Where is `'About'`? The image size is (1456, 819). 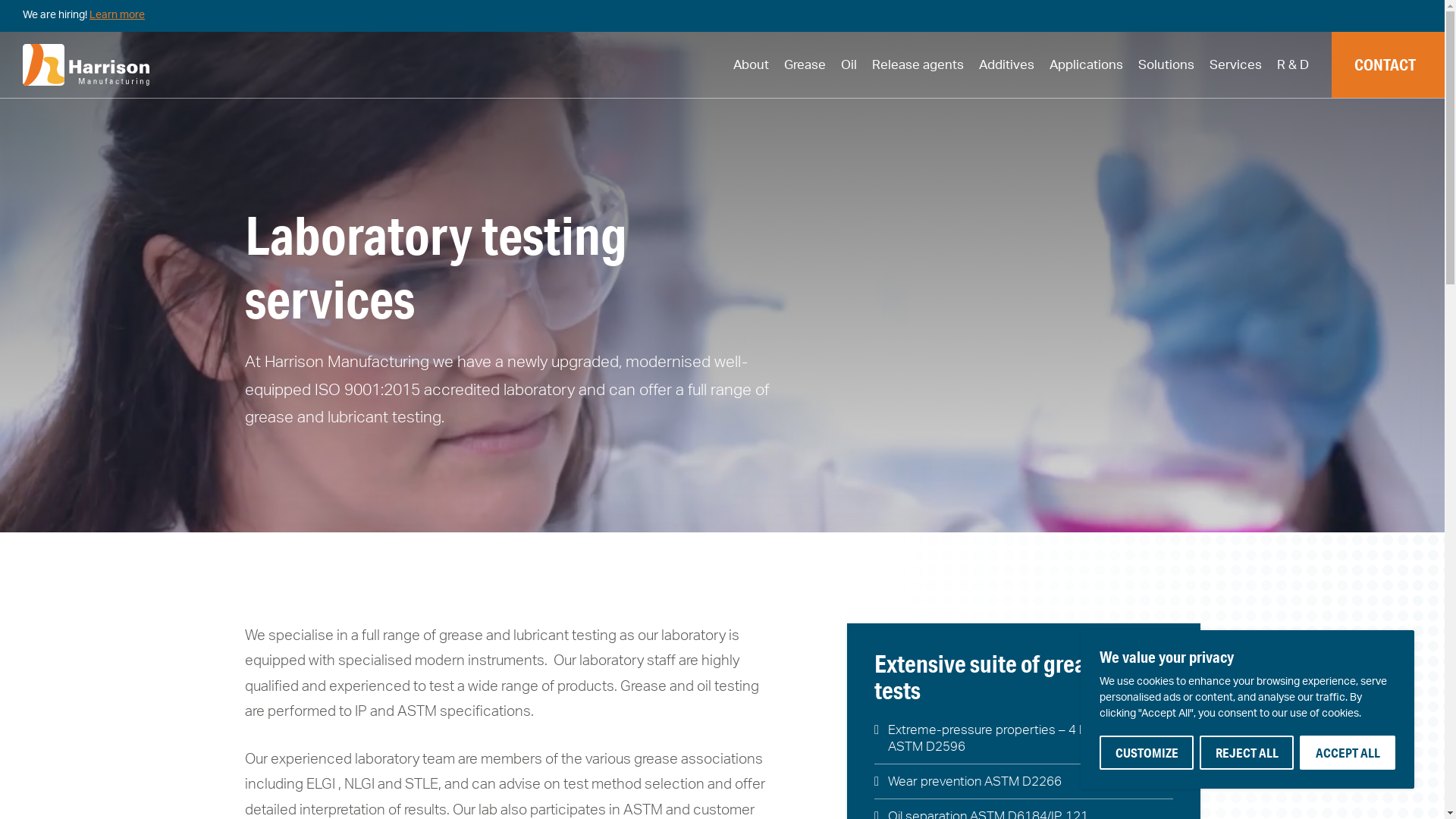 'About' is located at coordinates (751, 64).